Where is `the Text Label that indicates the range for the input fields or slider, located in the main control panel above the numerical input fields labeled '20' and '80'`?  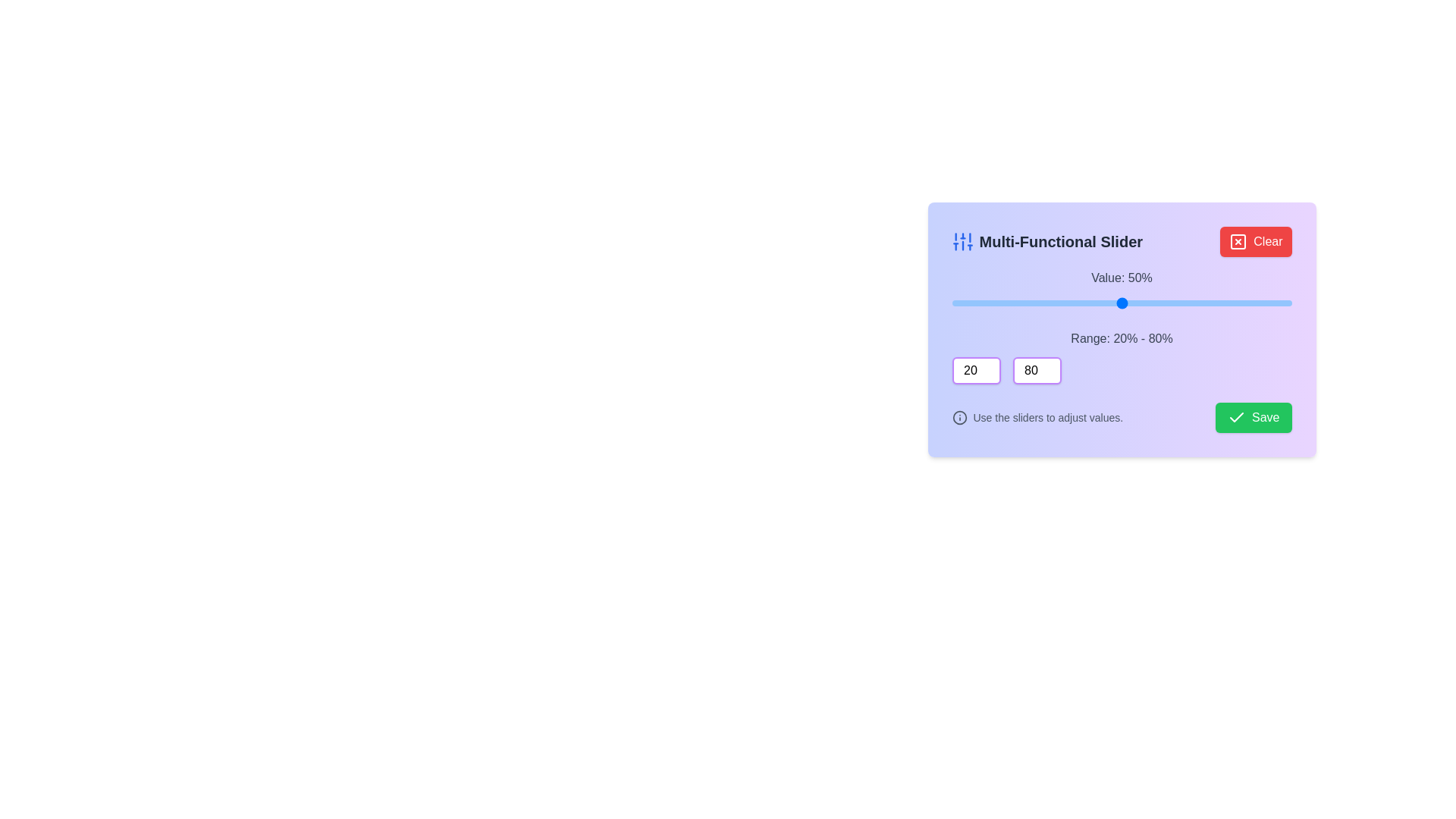 the Text Label that indicates the range for the input fields or slider, located in the main control panel above the numerical input fields labeled '20' and '80' is located at coordinates (1122, 338).